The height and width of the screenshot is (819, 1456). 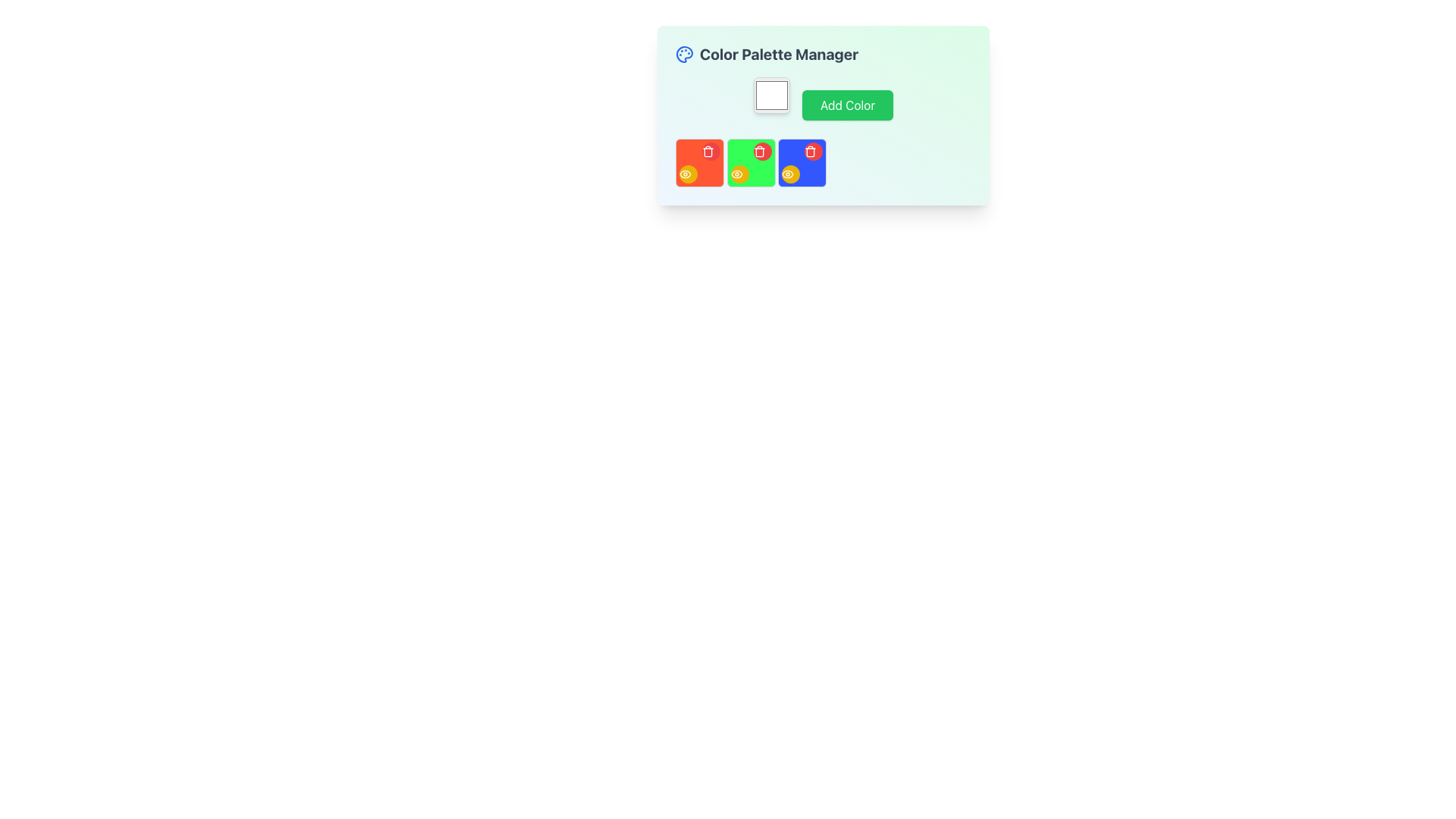 I want to click on the Color Picker, which is a square with a white fill and a gray border, so click(x=771, y=96).